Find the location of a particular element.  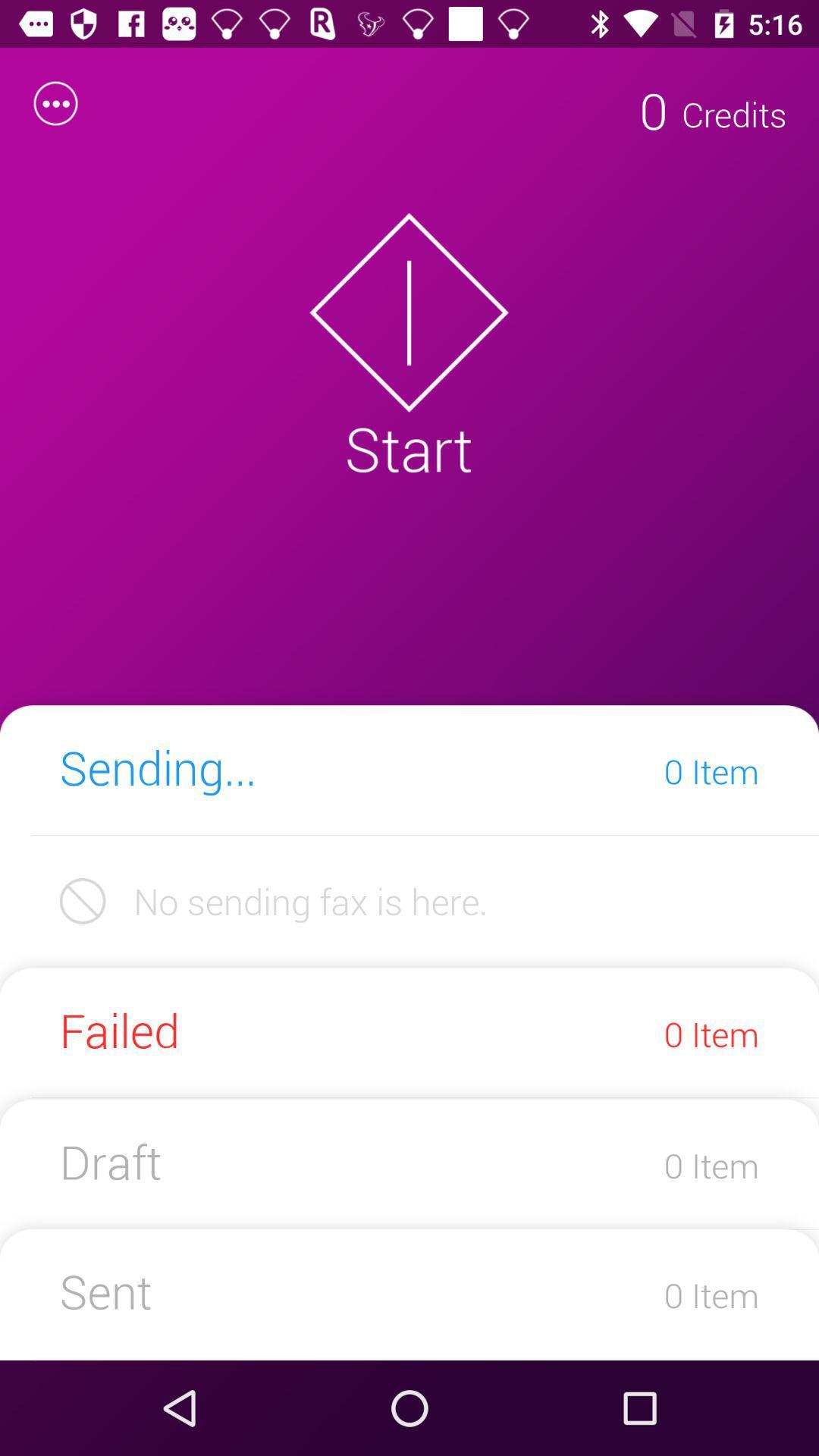

the more icon is located at coordinates (55, 102).